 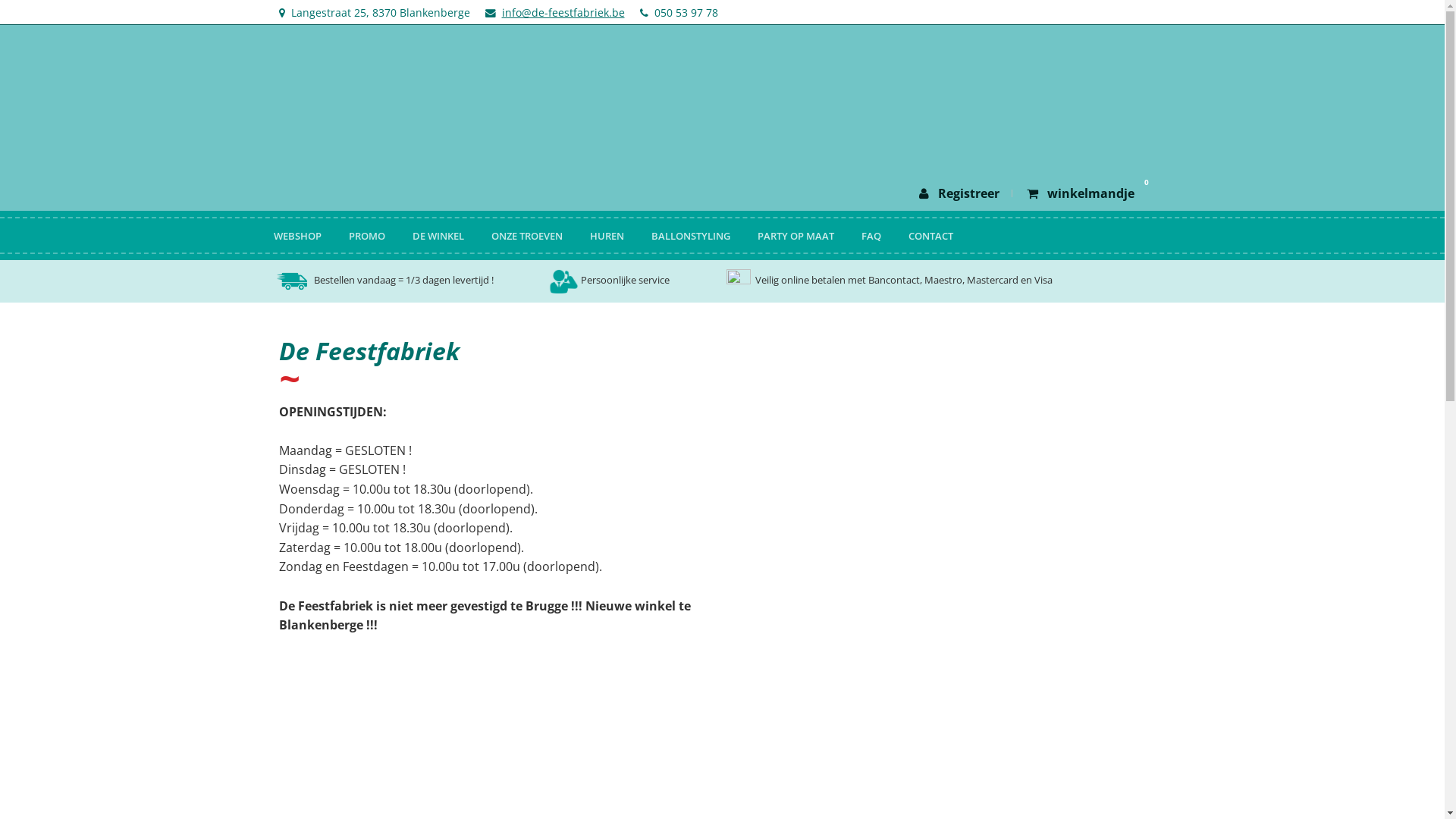 What do you see at coordinates (689, 236) in the screenshot?
I see `'BALLONSTYLING'` at bounding box center [689, 236].